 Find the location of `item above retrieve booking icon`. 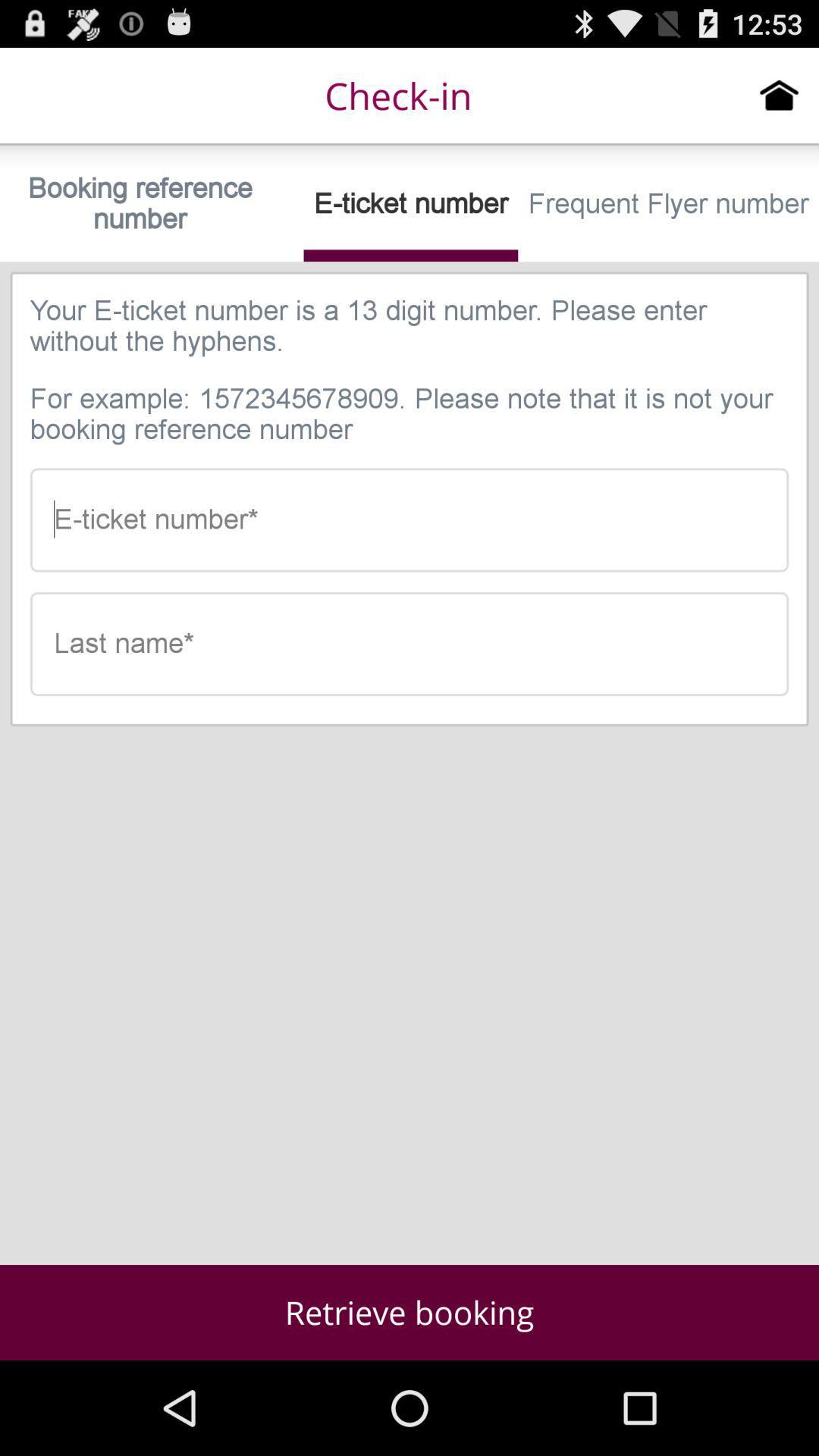

item above retrieve booking icon is located at coordinates (409, 644).